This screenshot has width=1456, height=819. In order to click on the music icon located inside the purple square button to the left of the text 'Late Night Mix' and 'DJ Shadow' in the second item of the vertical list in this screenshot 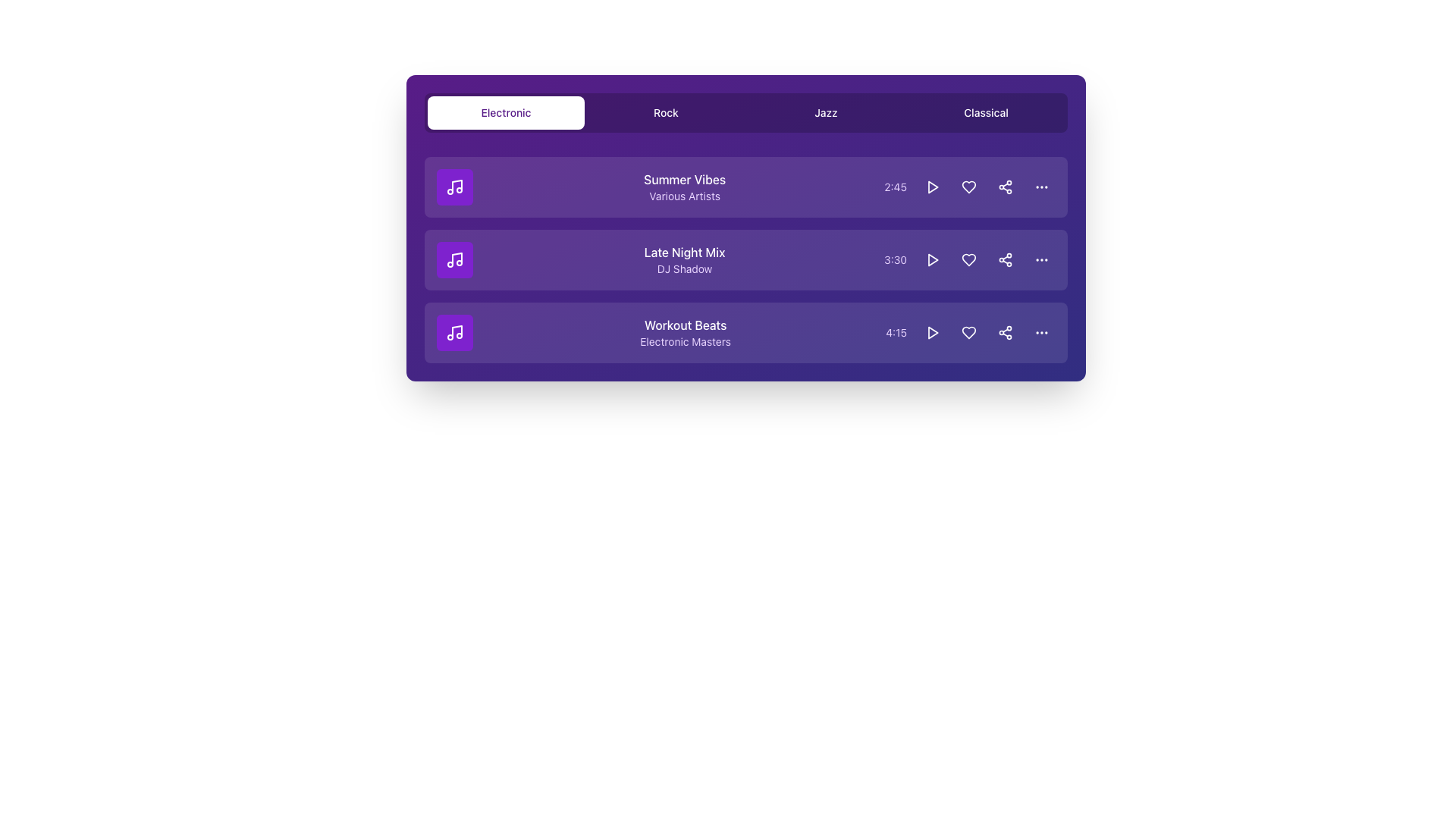, I will do `click(454, 259)`.